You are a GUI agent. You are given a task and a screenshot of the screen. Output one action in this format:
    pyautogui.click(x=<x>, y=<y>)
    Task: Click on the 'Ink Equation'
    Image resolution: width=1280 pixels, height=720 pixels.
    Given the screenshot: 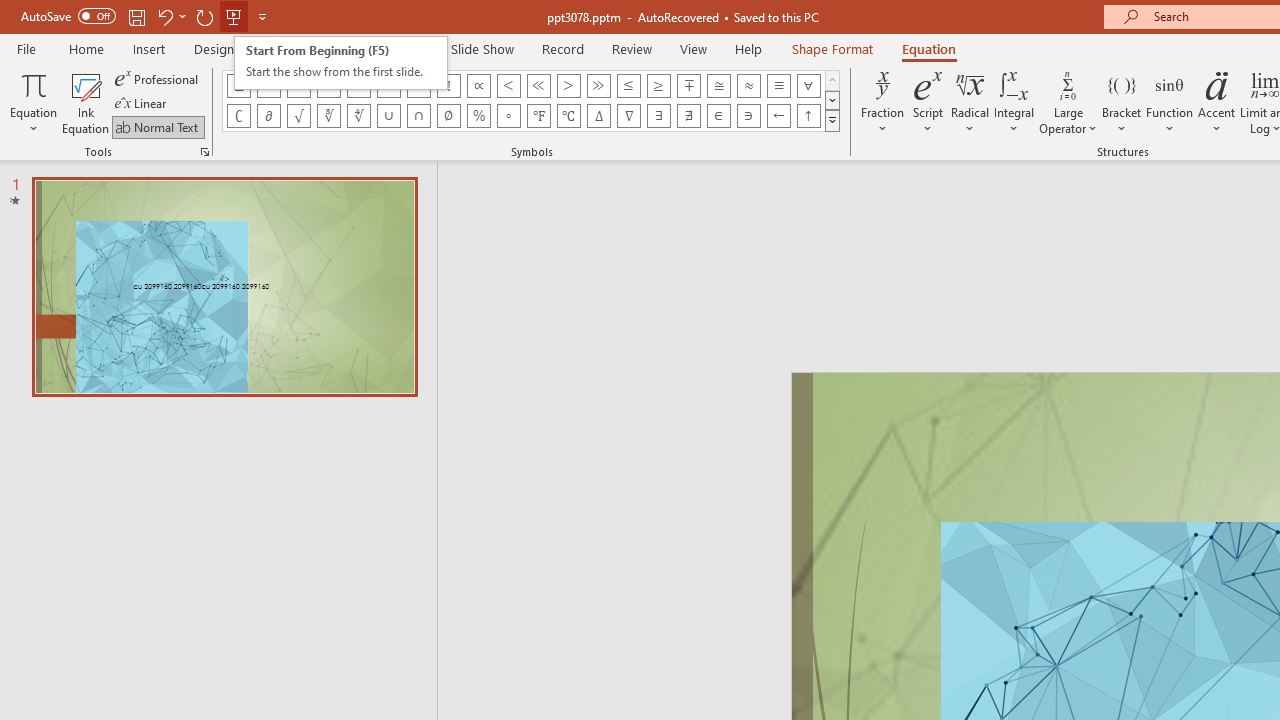 What is the action you would take?
    pyautogui.click(x=85, y=103)
    